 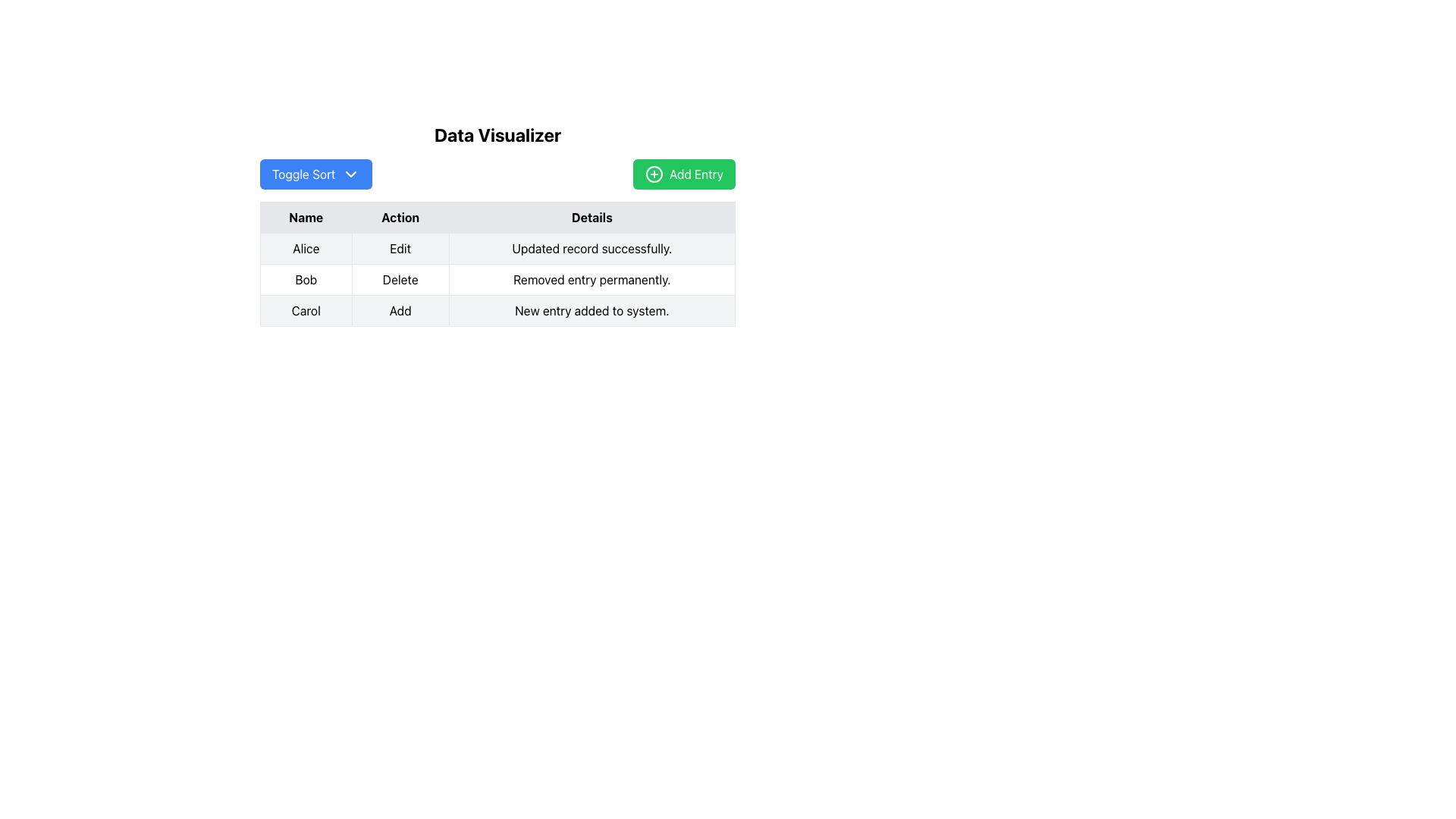 What do you see at coordinates (305, 247) in the screenshot?
I see `the table cell displaying the text 'Alice' in a bold font, located in the first row and first column of a three-column table` at bounding box center [305, 247].